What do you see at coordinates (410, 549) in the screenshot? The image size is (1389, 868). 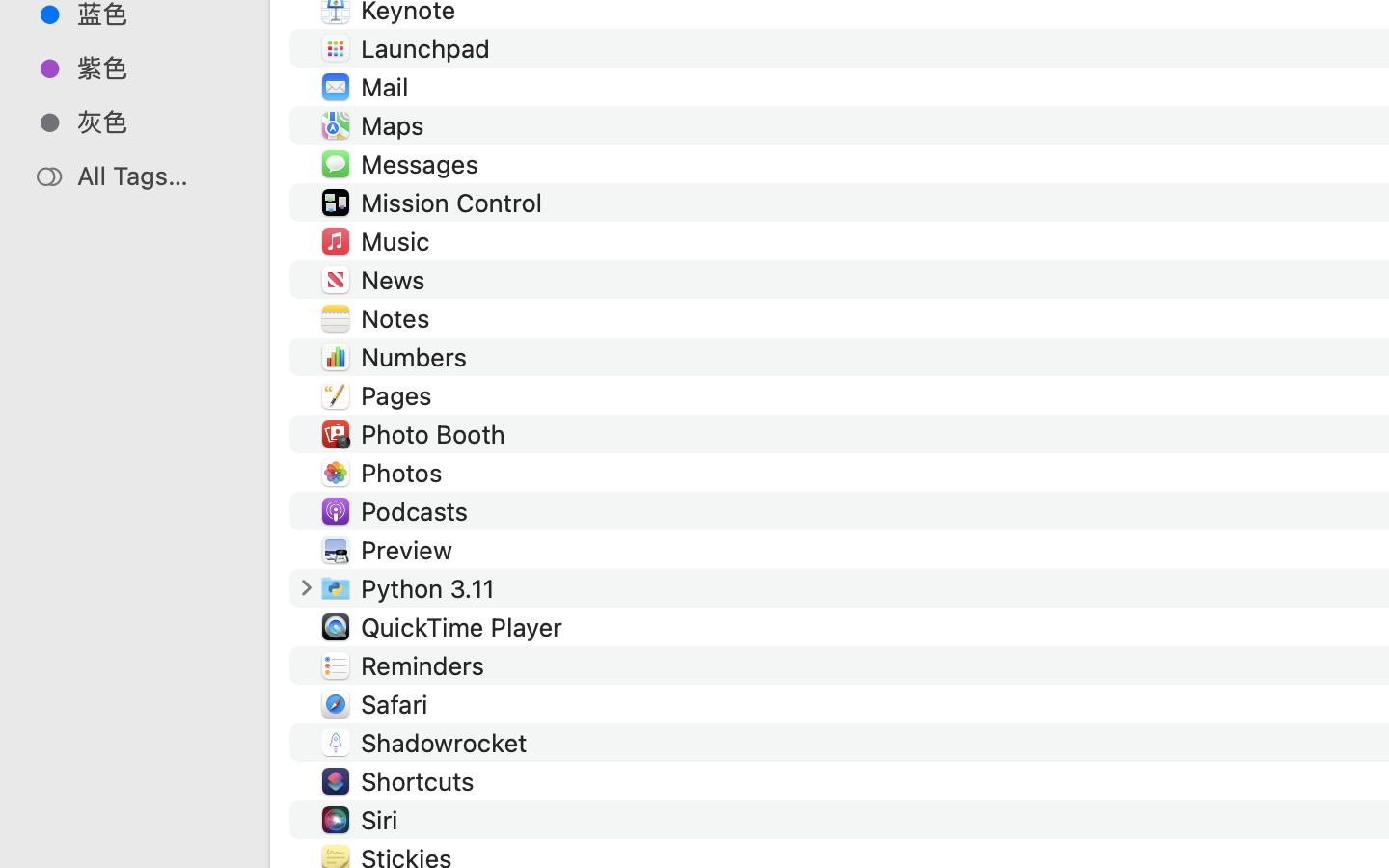 I see `'Preview'` at bounding box center [410, 549].